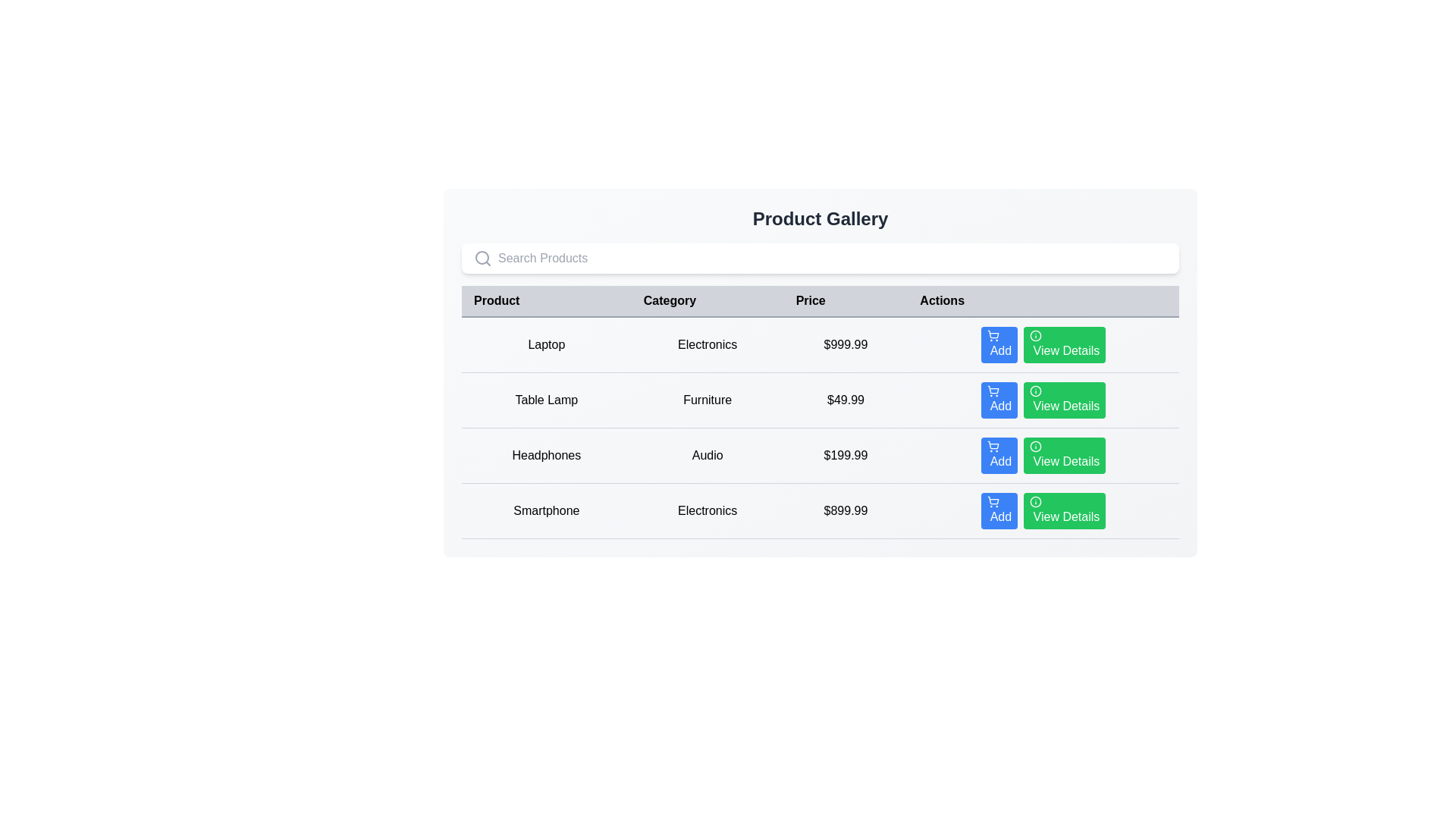 The height and width of the screenshot is (819, 1456). Describe the element at coordinates (845, 455) in the screenshot. I see `the static text display showing the price of 'Headphones' located in the third row of the product list table` at that location.